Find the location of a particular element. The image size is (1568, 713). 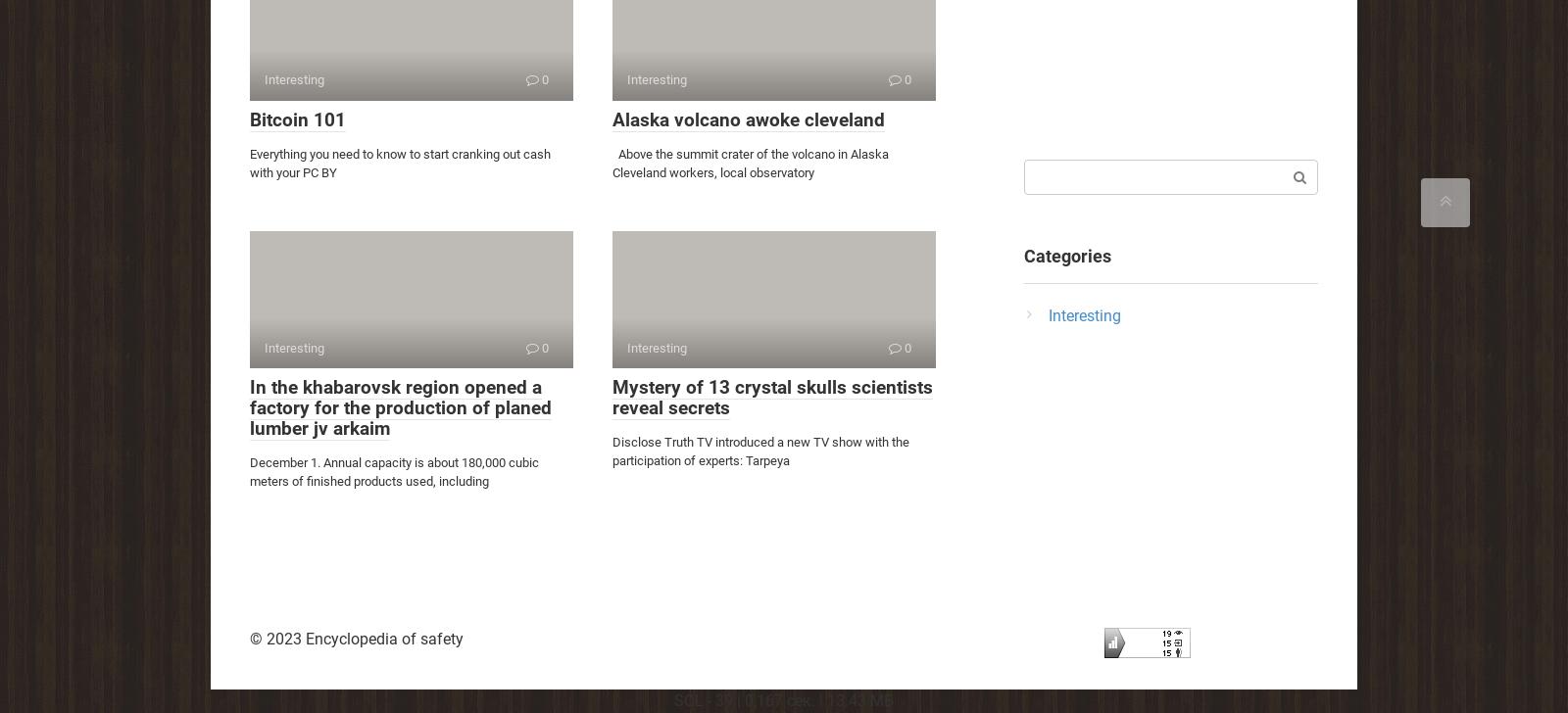

'Everything you need to know to start cranking out cash with your PC BY' is located at coordinates (399, 163).